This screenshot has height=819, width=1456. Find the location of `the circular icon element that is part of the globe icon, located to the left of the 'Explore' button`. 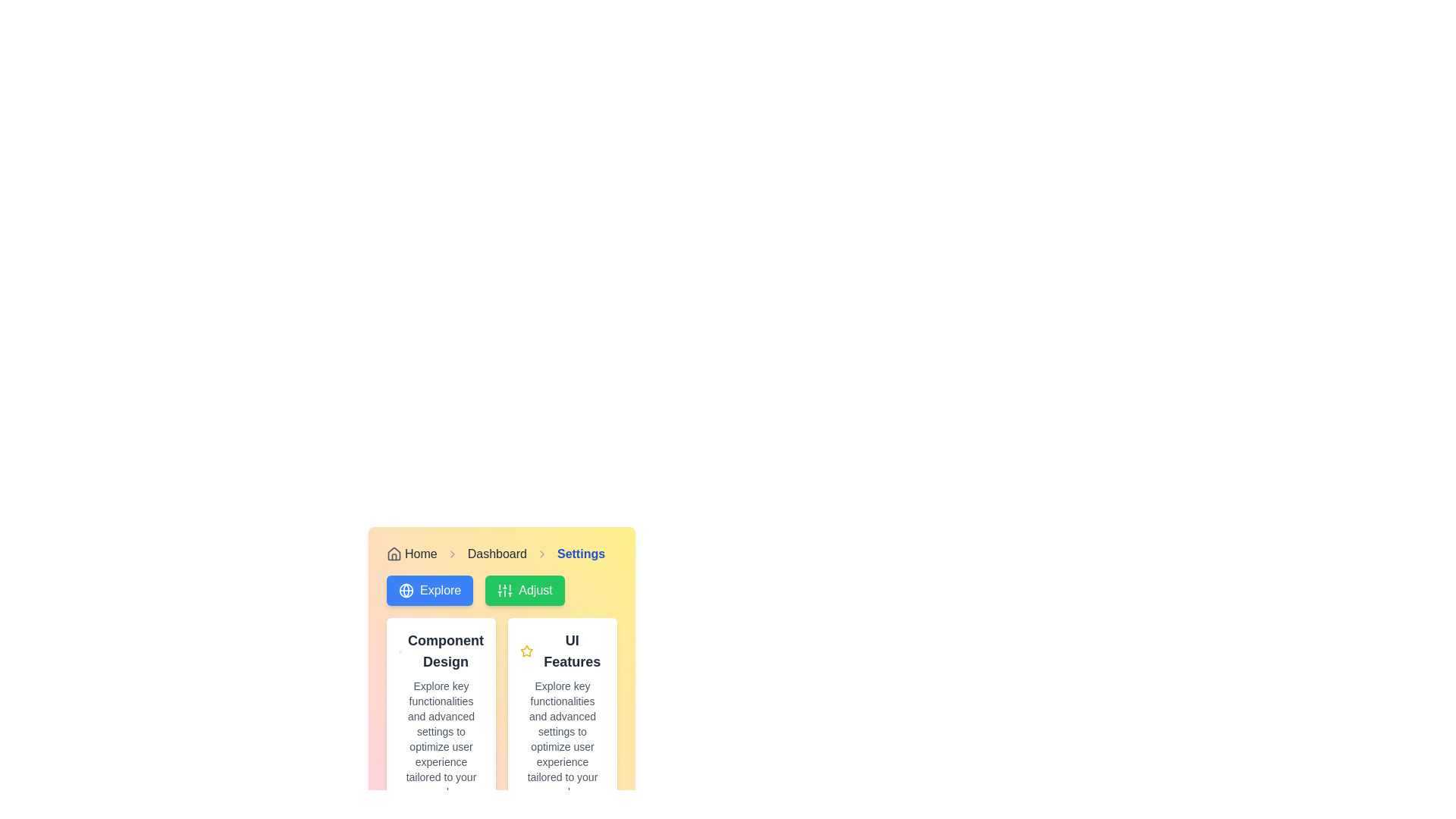

the circular icon element that is part of the globe icon, located to the left of the 'Explore' button is located at coordinates (406, 590).